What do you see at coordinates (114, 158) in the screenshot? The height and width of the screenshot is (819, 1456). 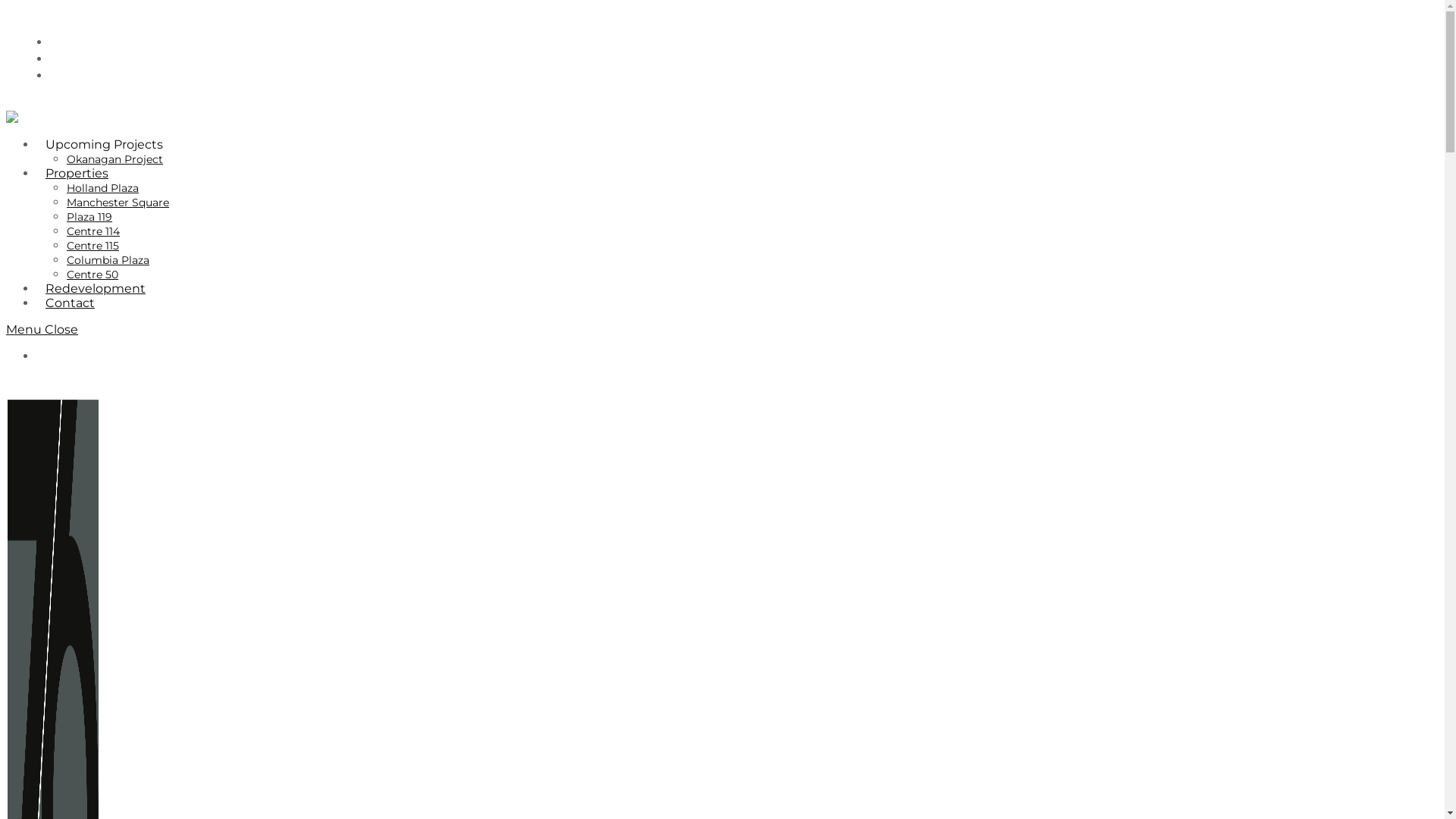 I see `'Okanagan Project'` at bounding box center [114, 158].